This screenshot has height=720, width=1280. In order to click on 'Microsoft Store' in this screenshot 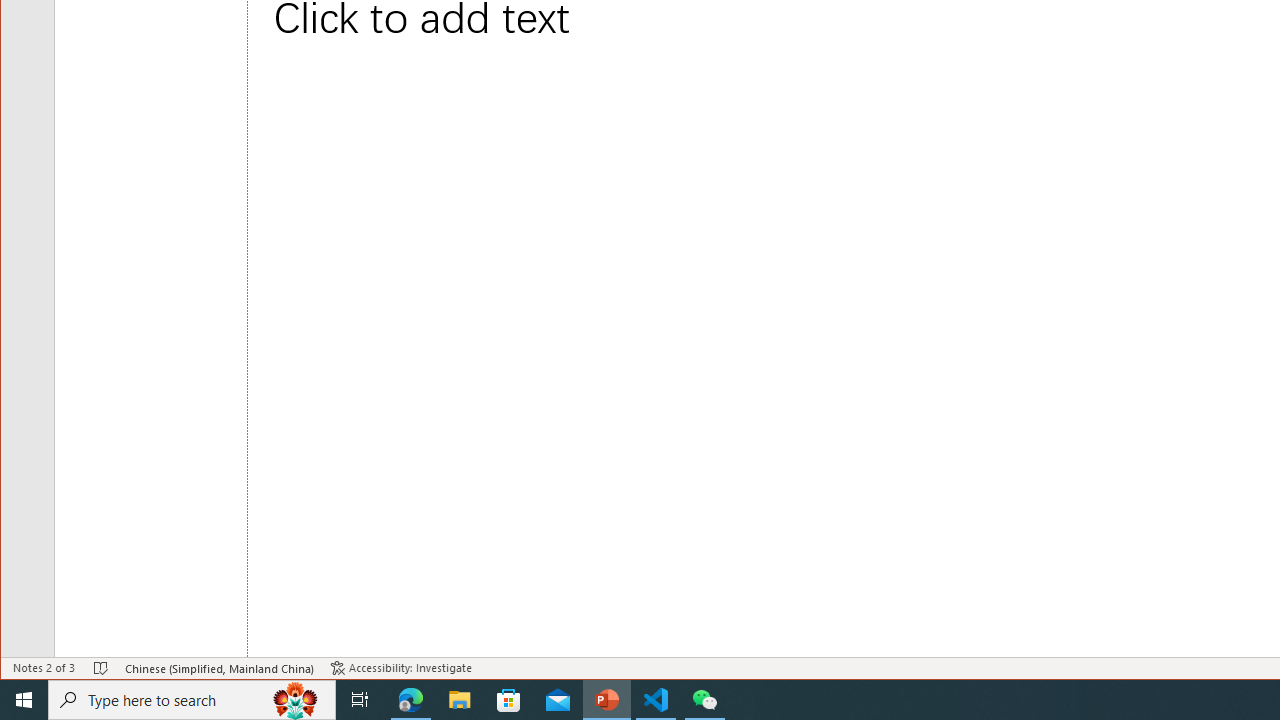, I will do `click(509, 698)`.